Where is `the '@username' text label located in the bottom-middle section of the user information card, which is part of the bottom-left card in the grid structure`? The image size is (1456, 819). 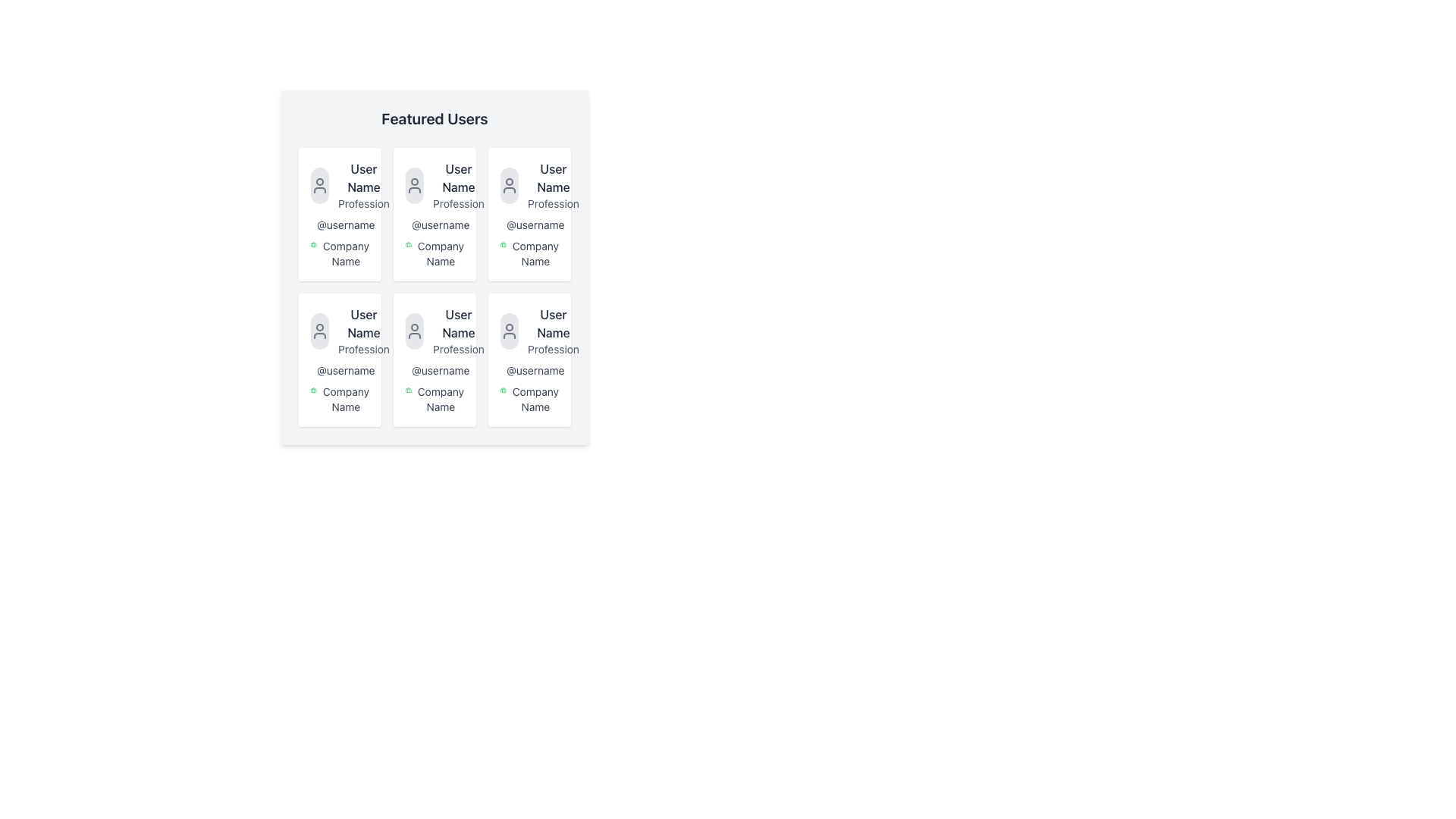 the '@username' text label located in the bottom-middle section of the user information card, which is part of the bottom-left card in the grid structure is located at coordinates (345, 371).